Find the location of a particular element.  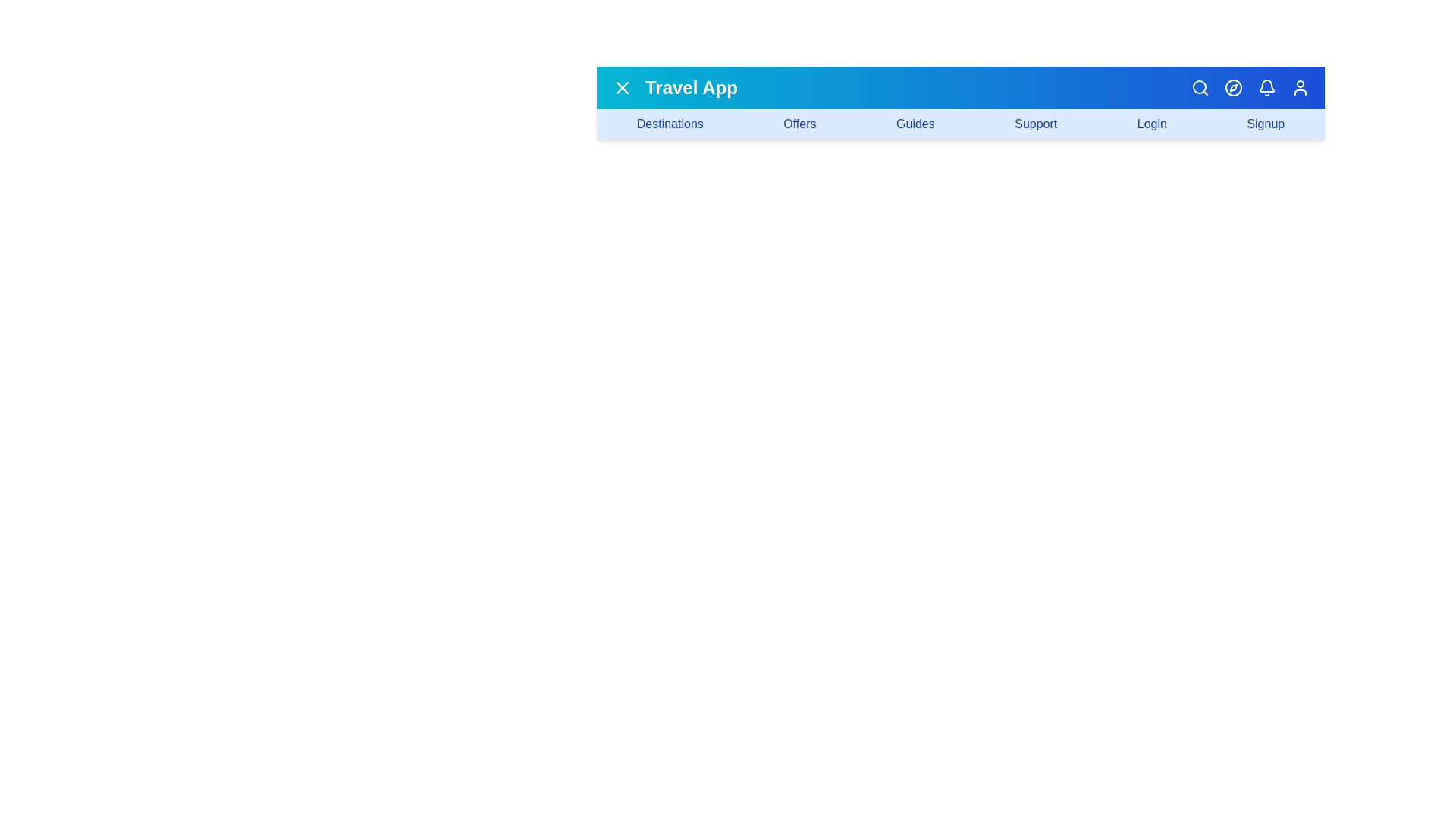

the navigation link labeled 'Signup' is located at coordinates (1266, 124).